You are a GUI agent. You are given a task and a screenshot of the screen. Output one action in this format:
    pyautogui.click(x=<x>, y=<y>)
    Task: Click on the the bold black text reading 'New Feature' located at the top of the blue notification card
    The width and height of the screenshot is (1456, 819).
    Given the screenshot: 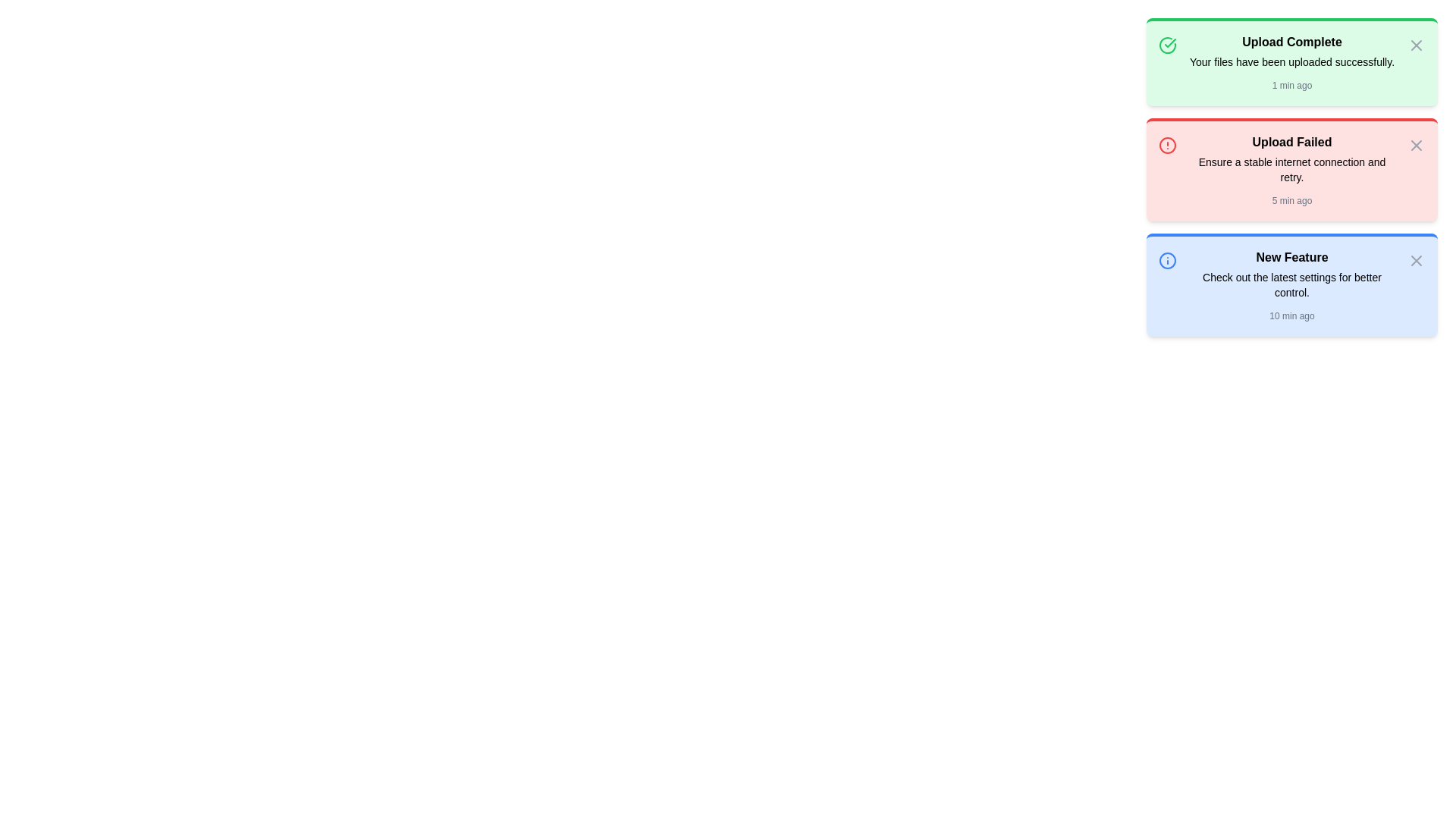 What is the action you would take?
    pyautogui.click(x=1291, y=256)
    